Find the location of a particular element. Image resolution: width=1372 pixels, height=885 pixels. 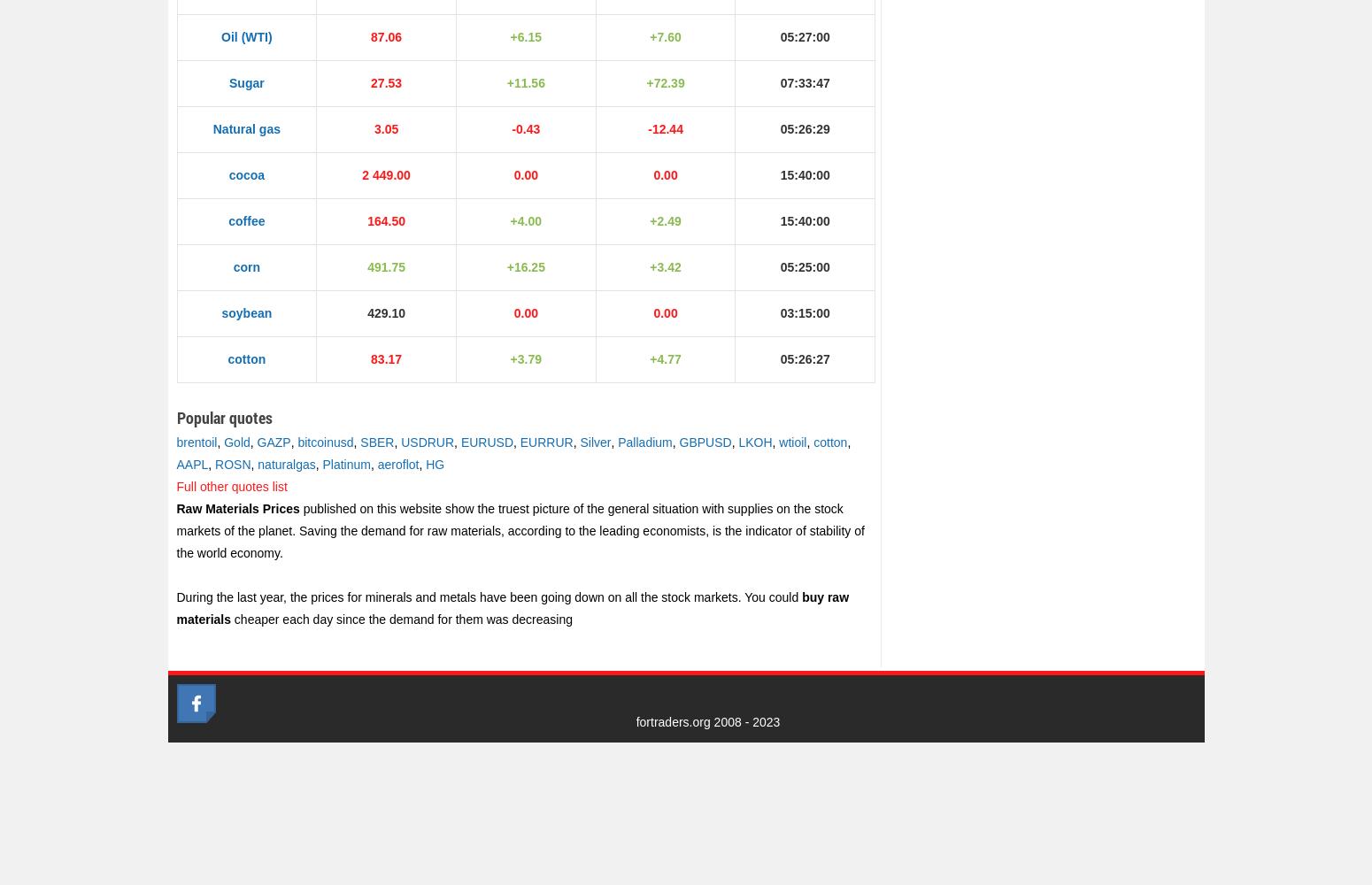

'05:26:27' is located at coordinates (805, 359).